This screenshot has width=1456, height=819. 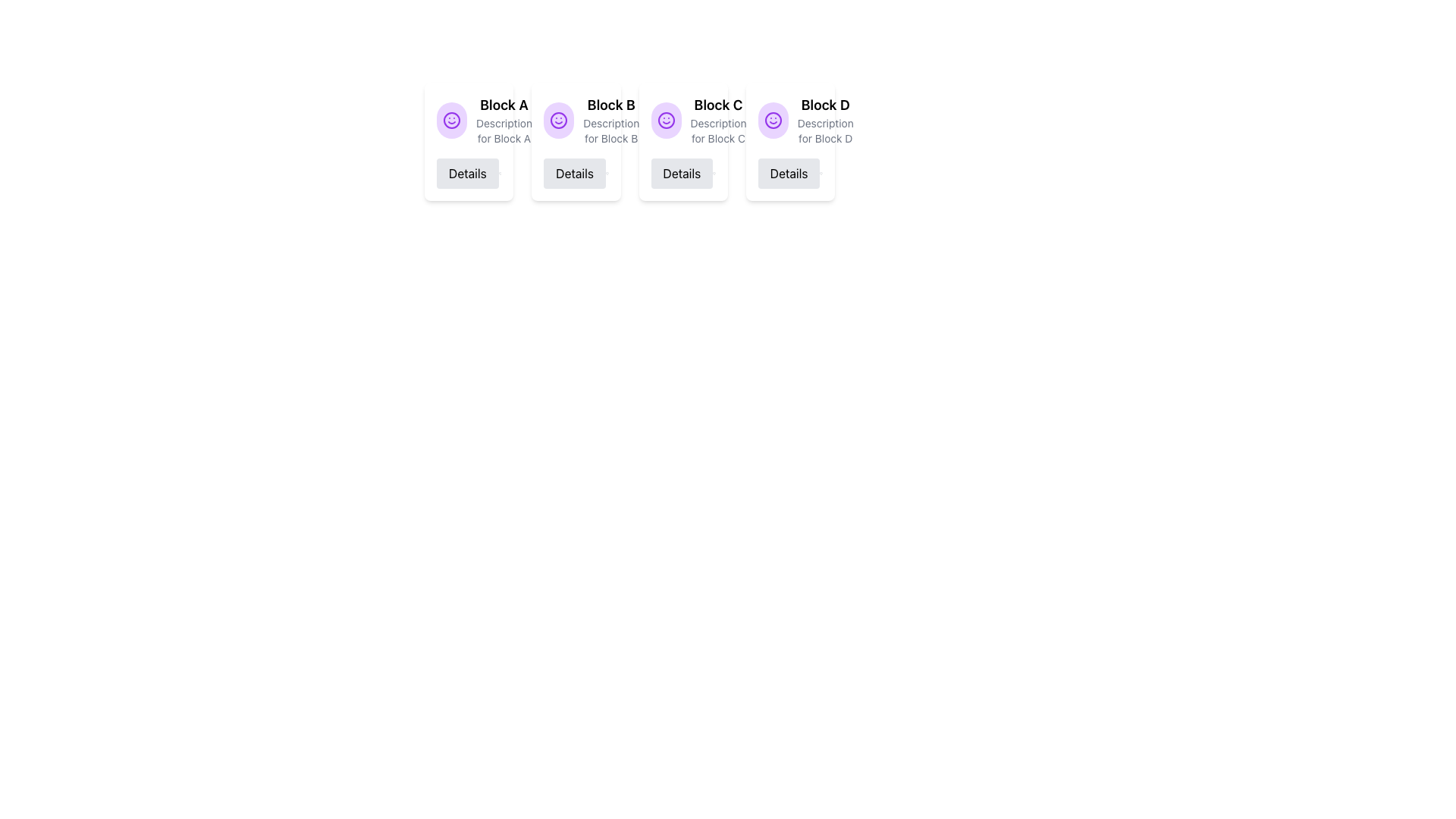 What do you see at coordinates (504, 119) in the screenshot?
I see `the Text Display element that contains 'Block A' in bold and 'Description for Block A' in light gray, located in the first card from the left` at bounding box center [504, 119].